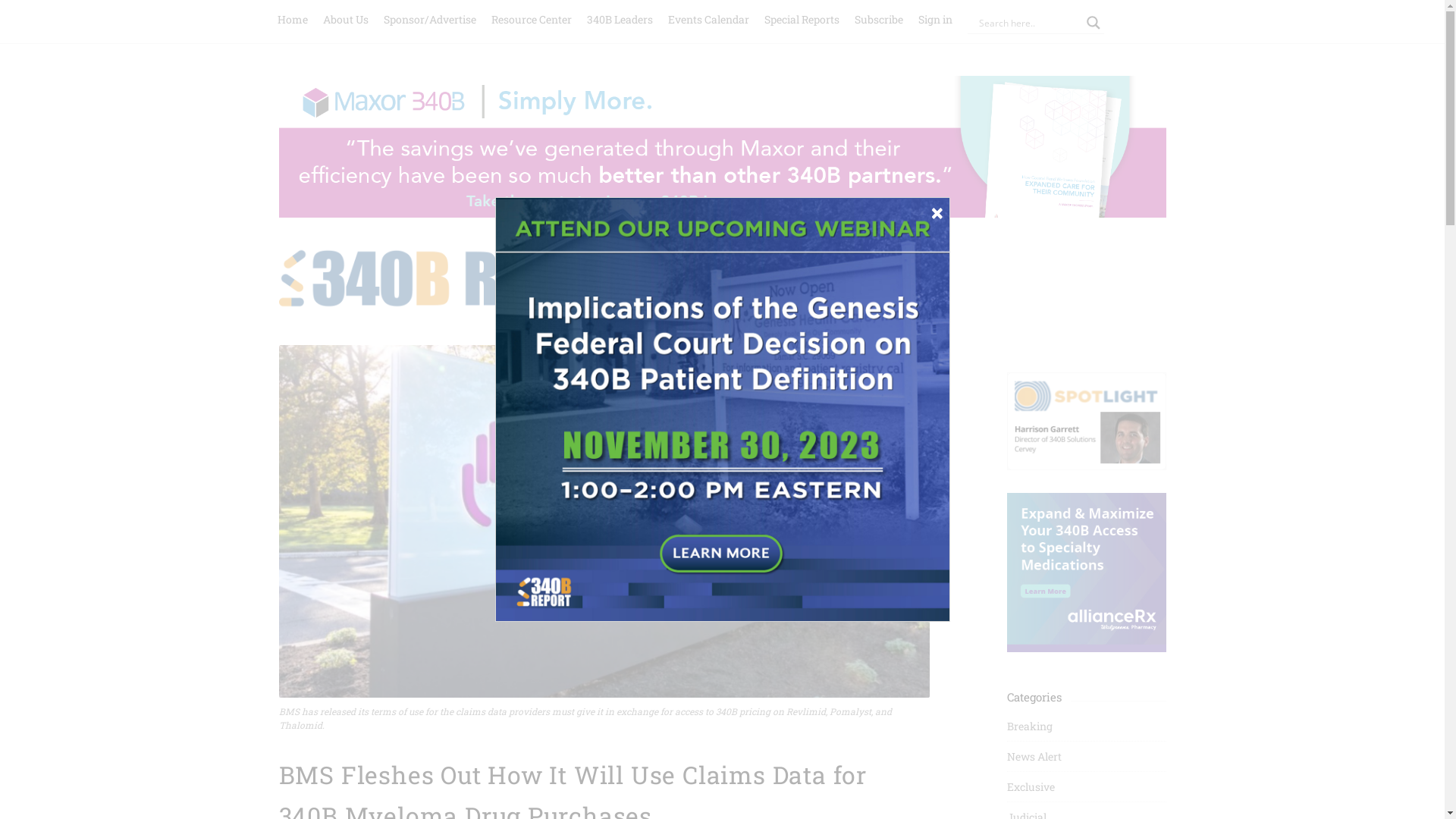 The width and height of the screenshot is (1456, 819). I want to click on 'Sign in', so click(934, 18).